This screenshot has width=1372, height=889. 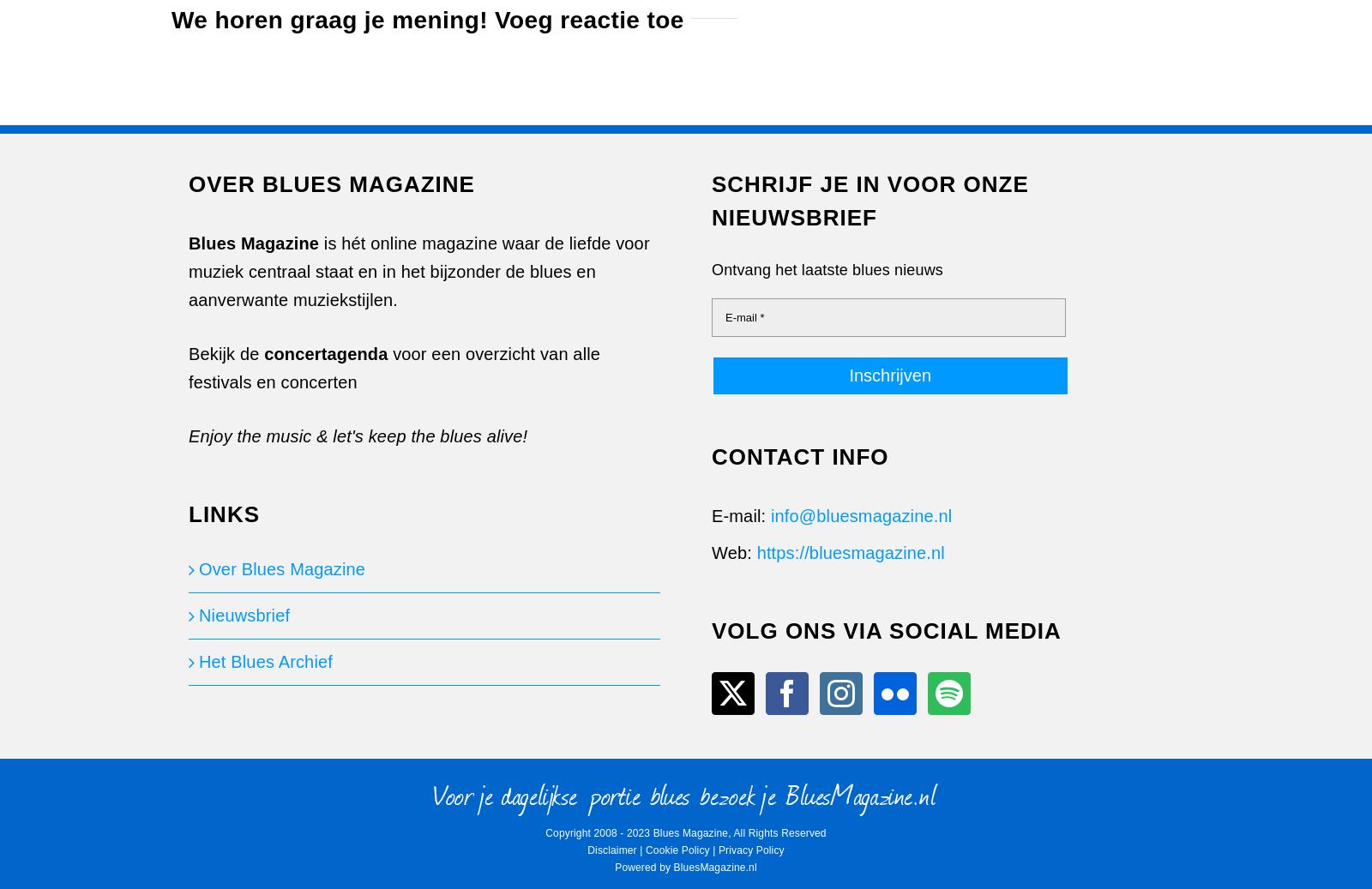 I want to click on 'SCHRIJF JE IN VOOR ONZE NIEUWSBRIEF', so click(x=870, y=200).